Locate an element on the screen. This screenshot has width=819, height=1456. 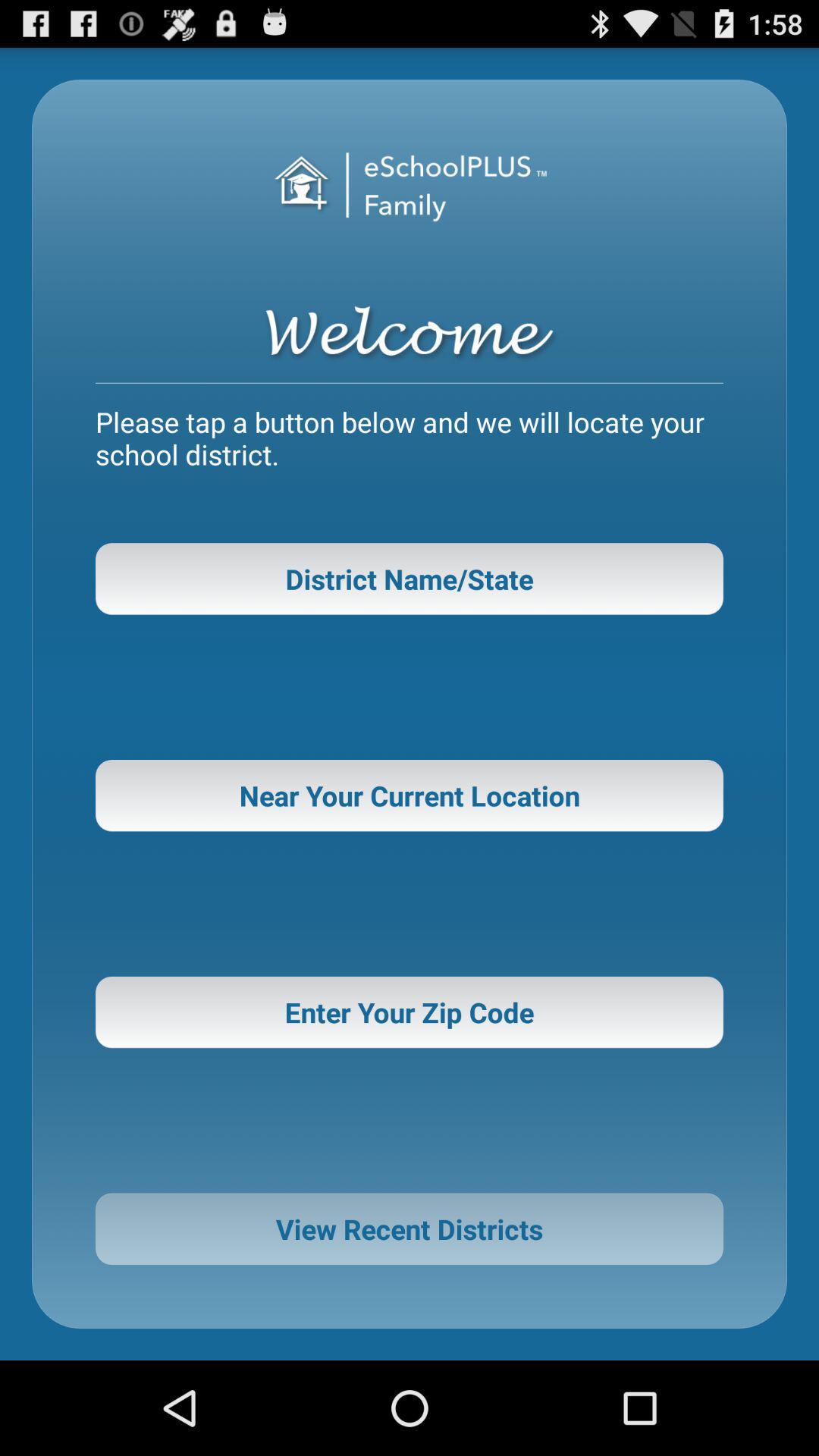
button below the near your current is located at coordinates (409, 1012).